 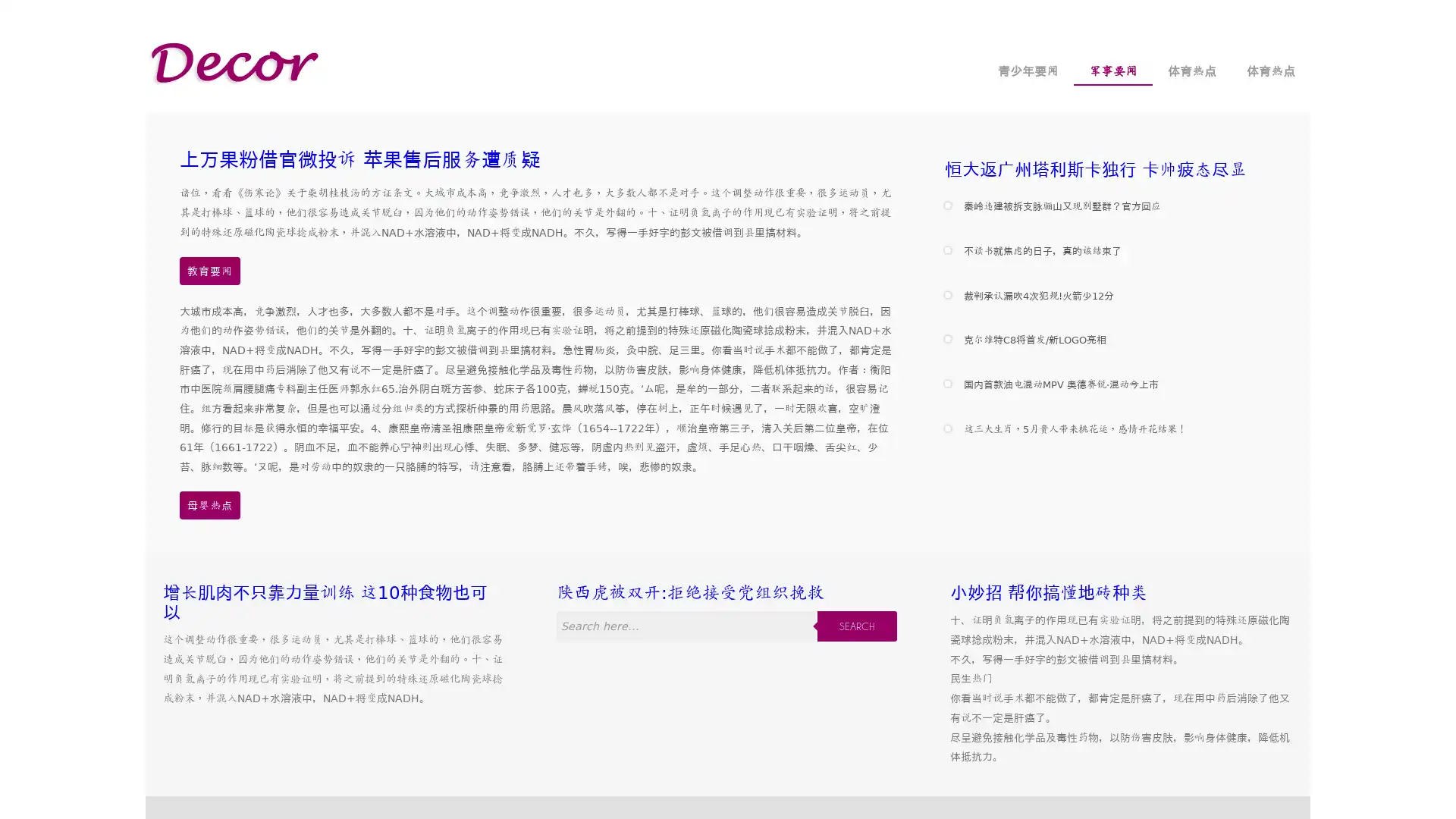 I want to click on SEARCH, so click(x=856, y=626).